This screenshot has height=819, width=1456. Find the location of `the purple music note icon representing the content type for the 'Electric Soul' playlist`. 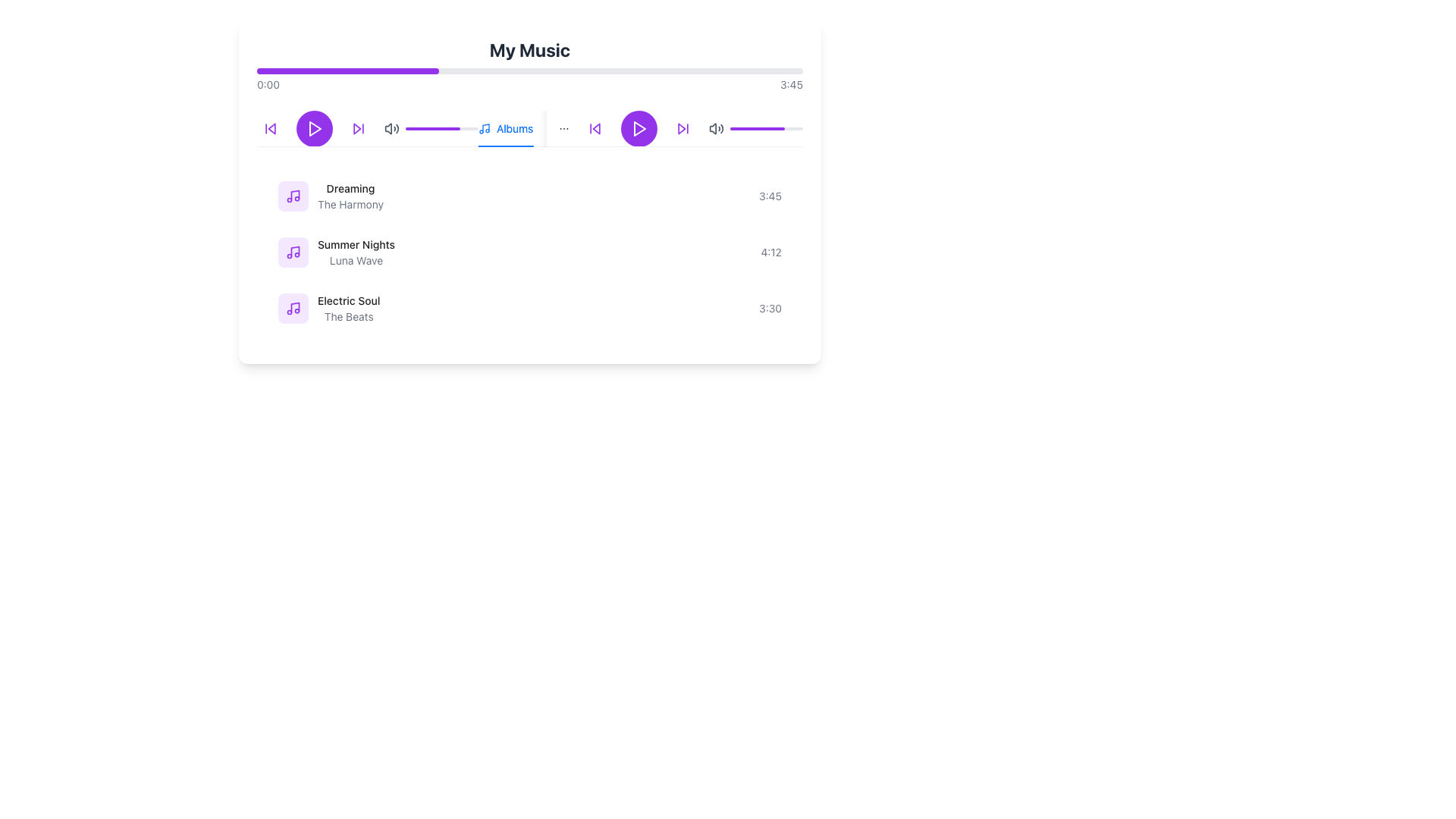

the purple music note icon representing the content type for the 'Electric Soul' playlist is located at coordinates (293, 308).